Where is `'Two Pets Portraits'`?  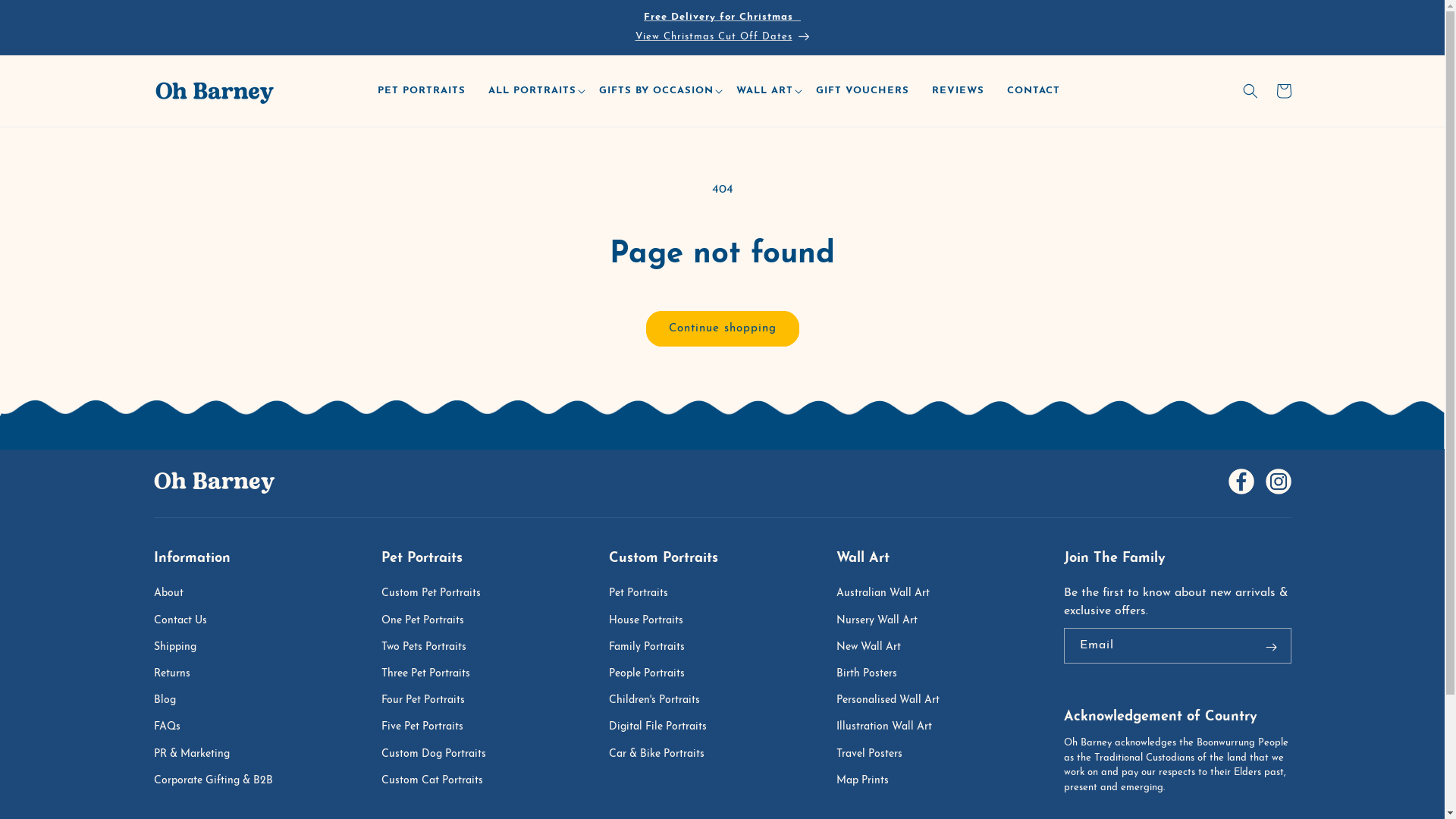 'Two Pets Portraits' is located at coordinates (429, 647).